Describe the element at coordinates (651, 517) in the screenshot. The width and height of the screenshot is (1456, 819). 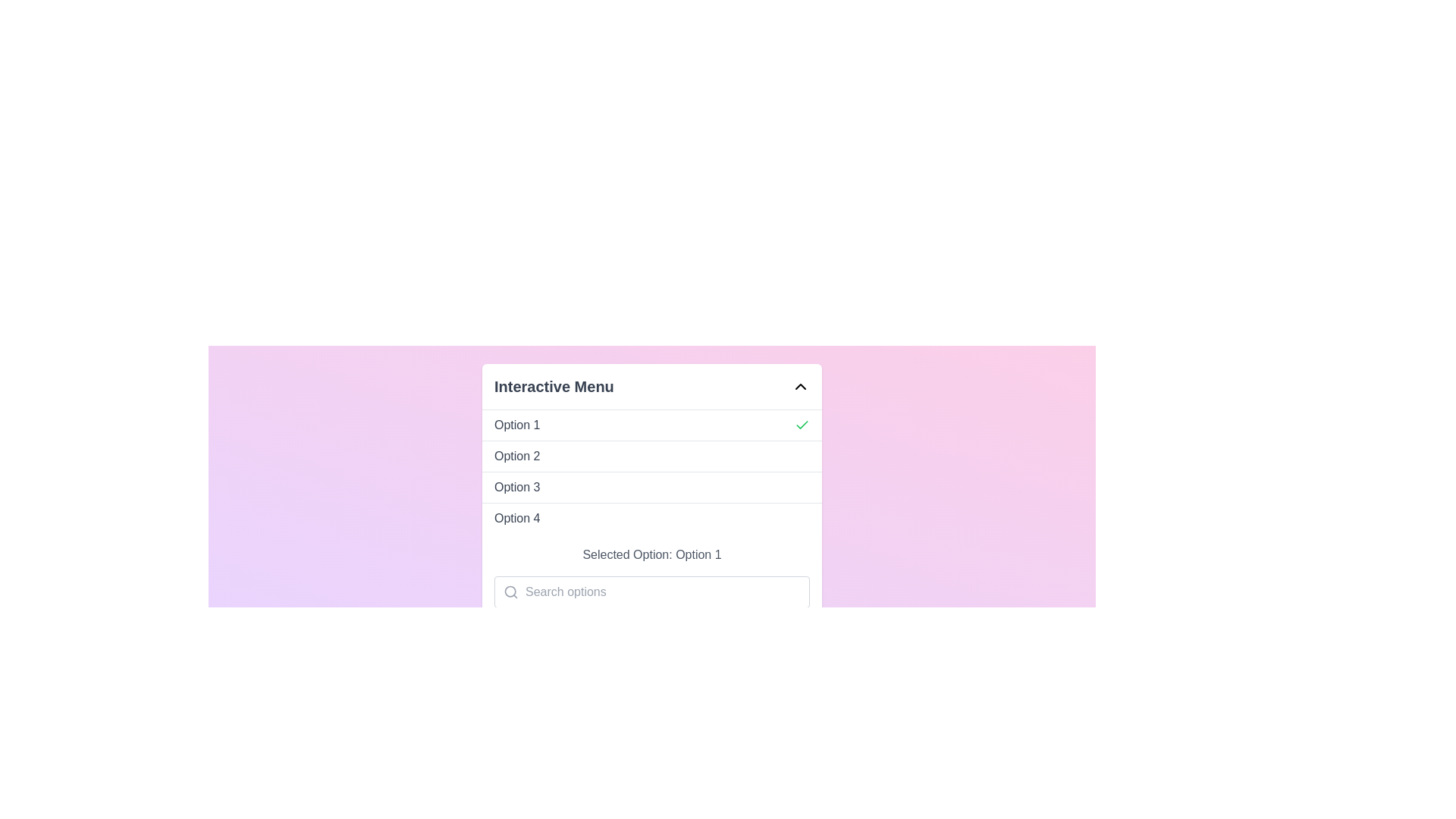
I see `the fourth menu option in the dropdown menu` at that location.